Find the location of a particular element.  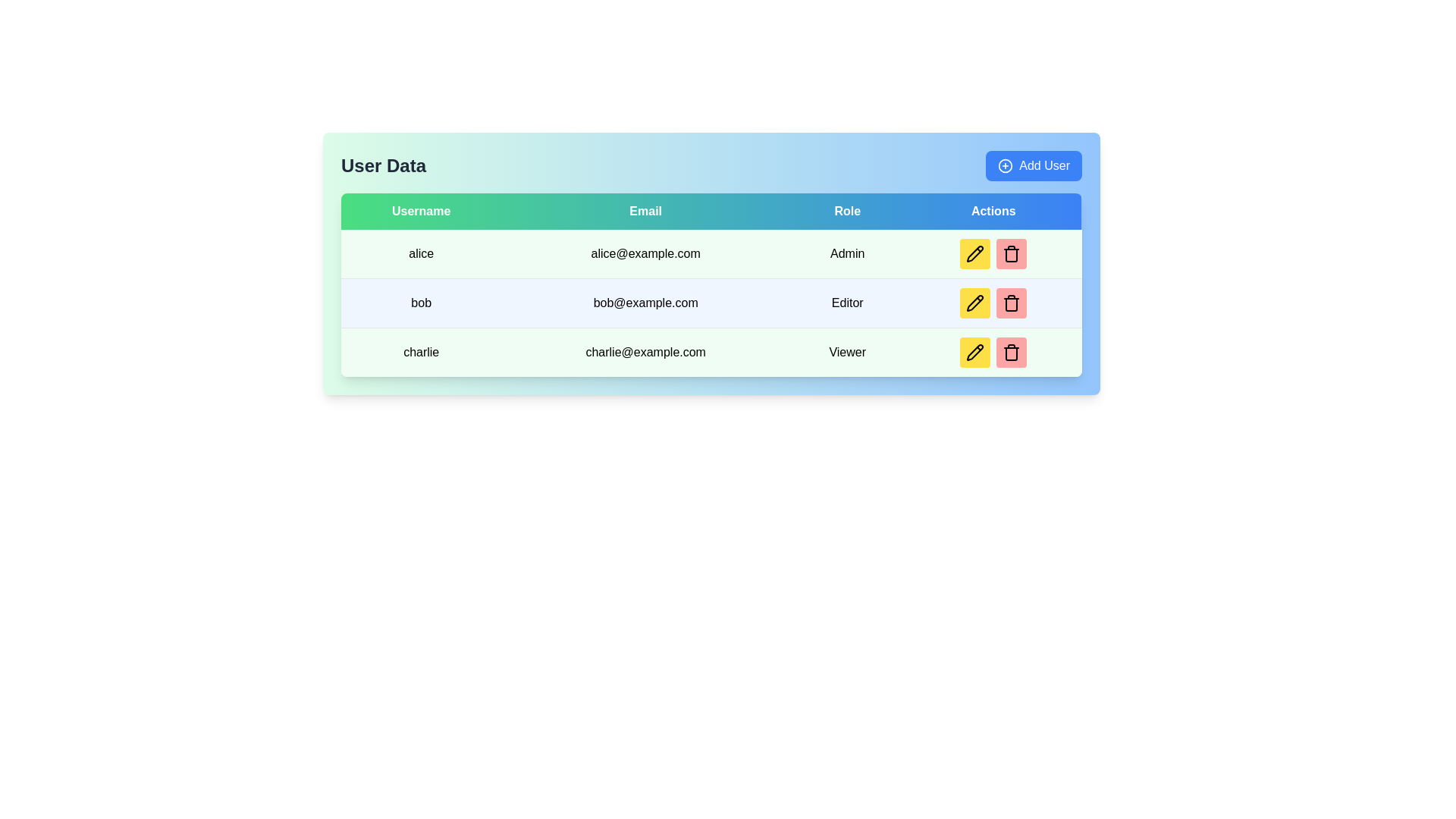

the static text element displaying the role 'Editor' for user 'bob' located in the 'Role' column, which is the third item in this row is located at coordinates (846, 303).